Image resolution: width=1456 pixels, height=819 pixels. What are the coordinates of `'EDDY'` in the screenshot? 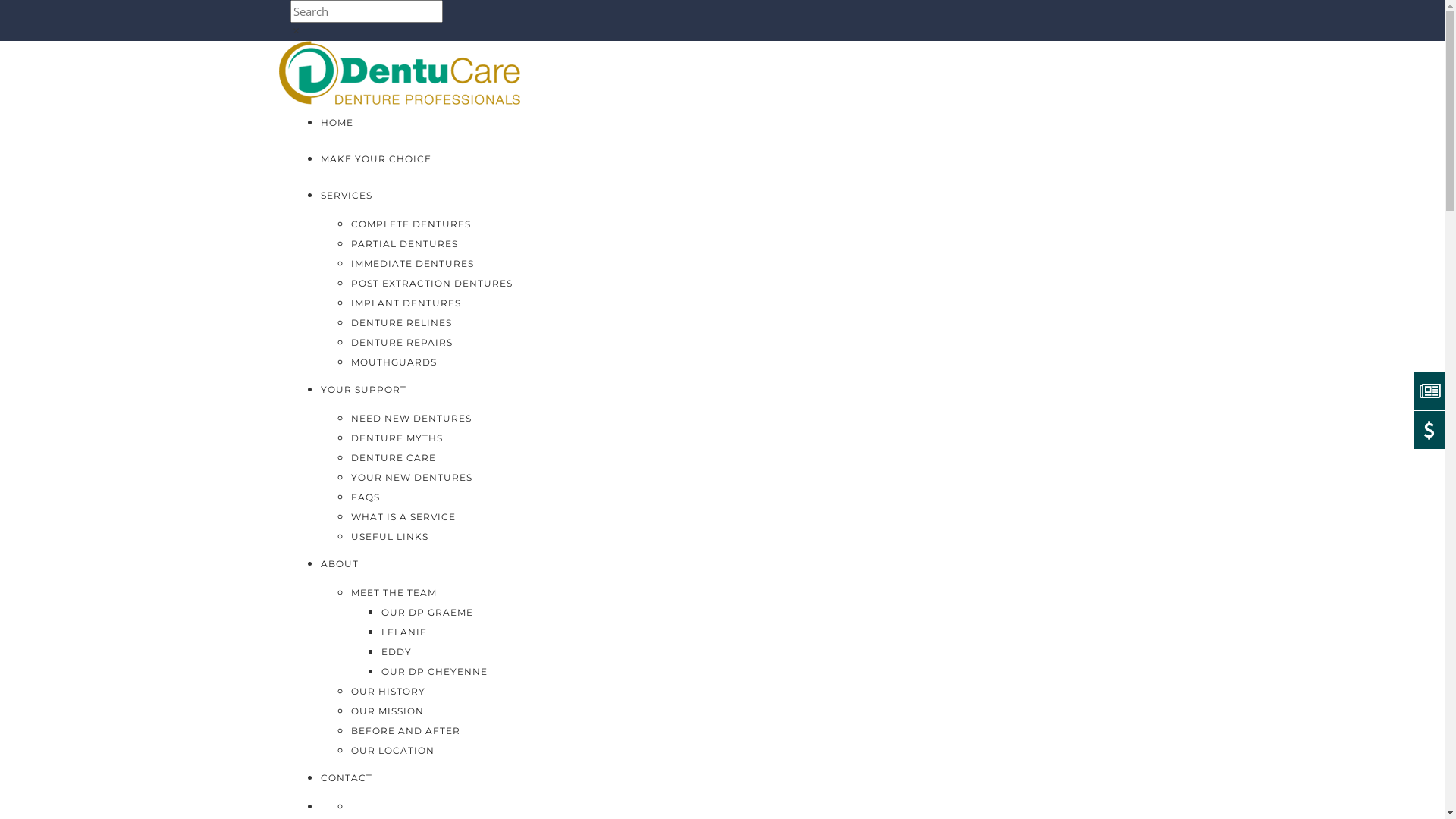 It's located at (381, 651).